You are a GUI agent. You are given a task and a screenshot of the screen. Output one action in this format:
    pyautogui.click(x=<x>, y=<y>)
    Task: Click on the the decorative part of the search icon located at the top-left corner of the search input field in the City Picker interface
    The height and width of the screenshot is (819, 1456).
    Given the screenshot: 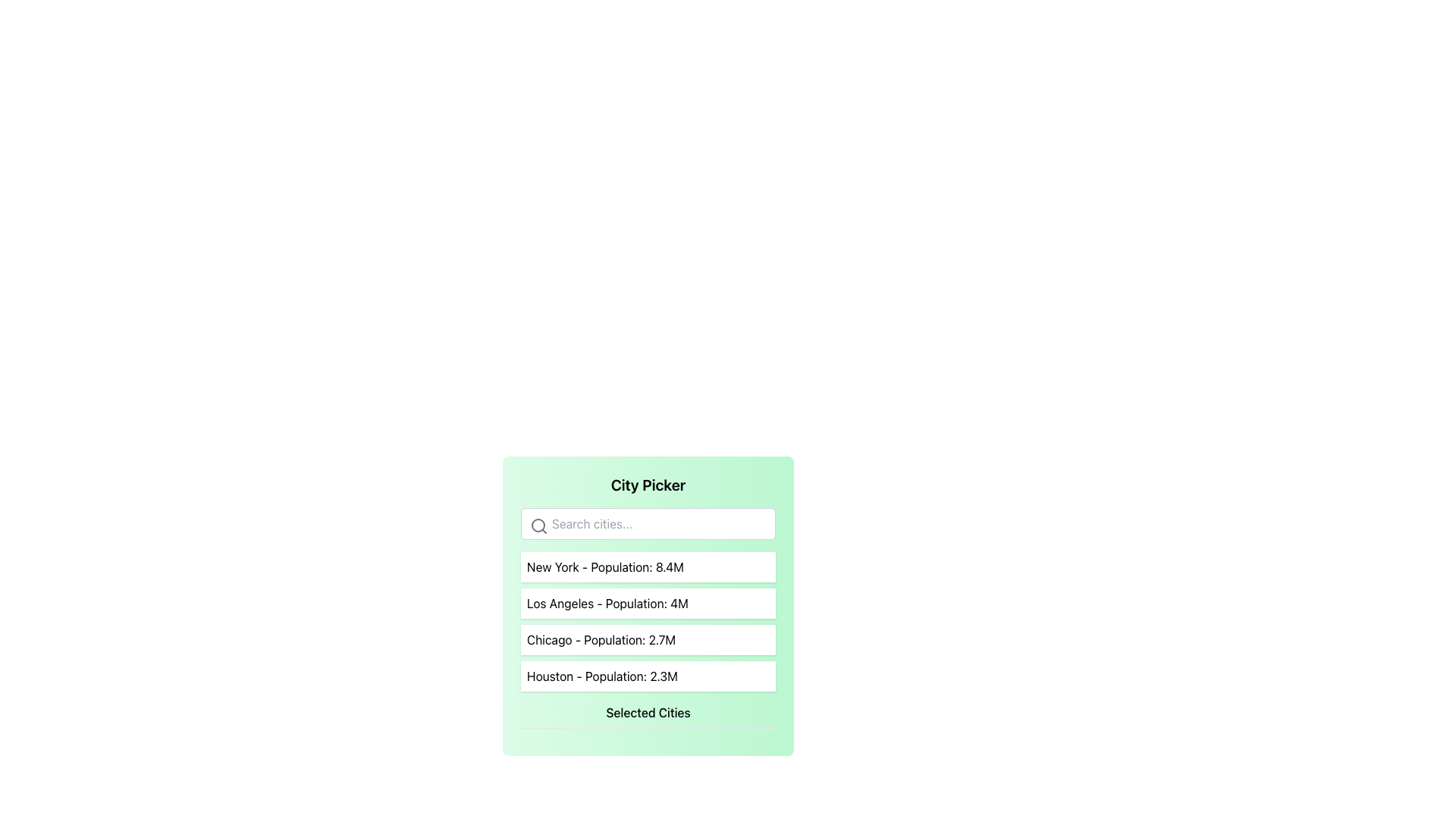 What is the action you would take?
    pyautogui.click(x=538, y=525)
    